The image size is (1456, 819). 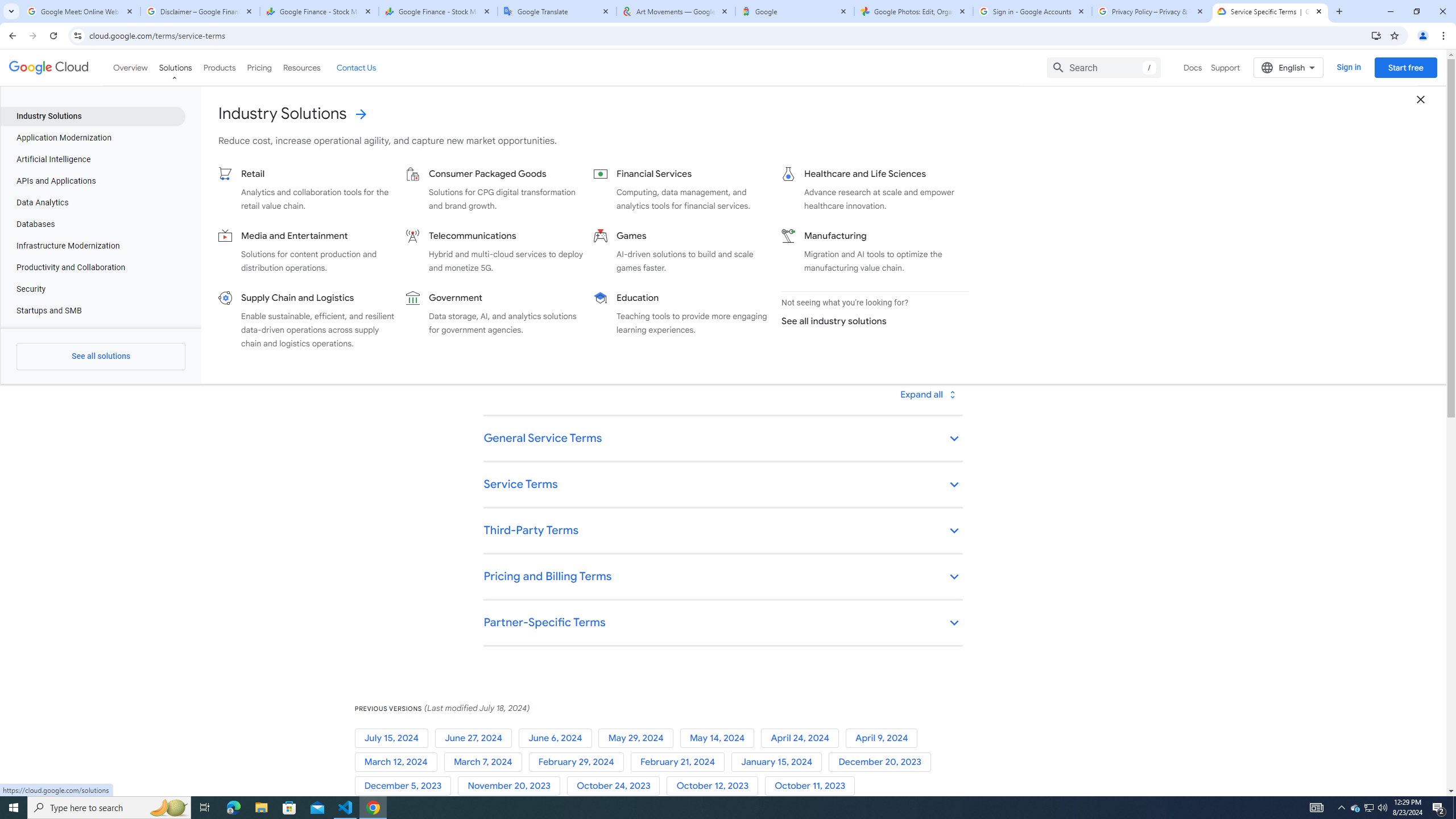 What do you see at coordinates (355, 67) in the screenshot?
I see `'Contact Us'` at bounding box center [355, 67].